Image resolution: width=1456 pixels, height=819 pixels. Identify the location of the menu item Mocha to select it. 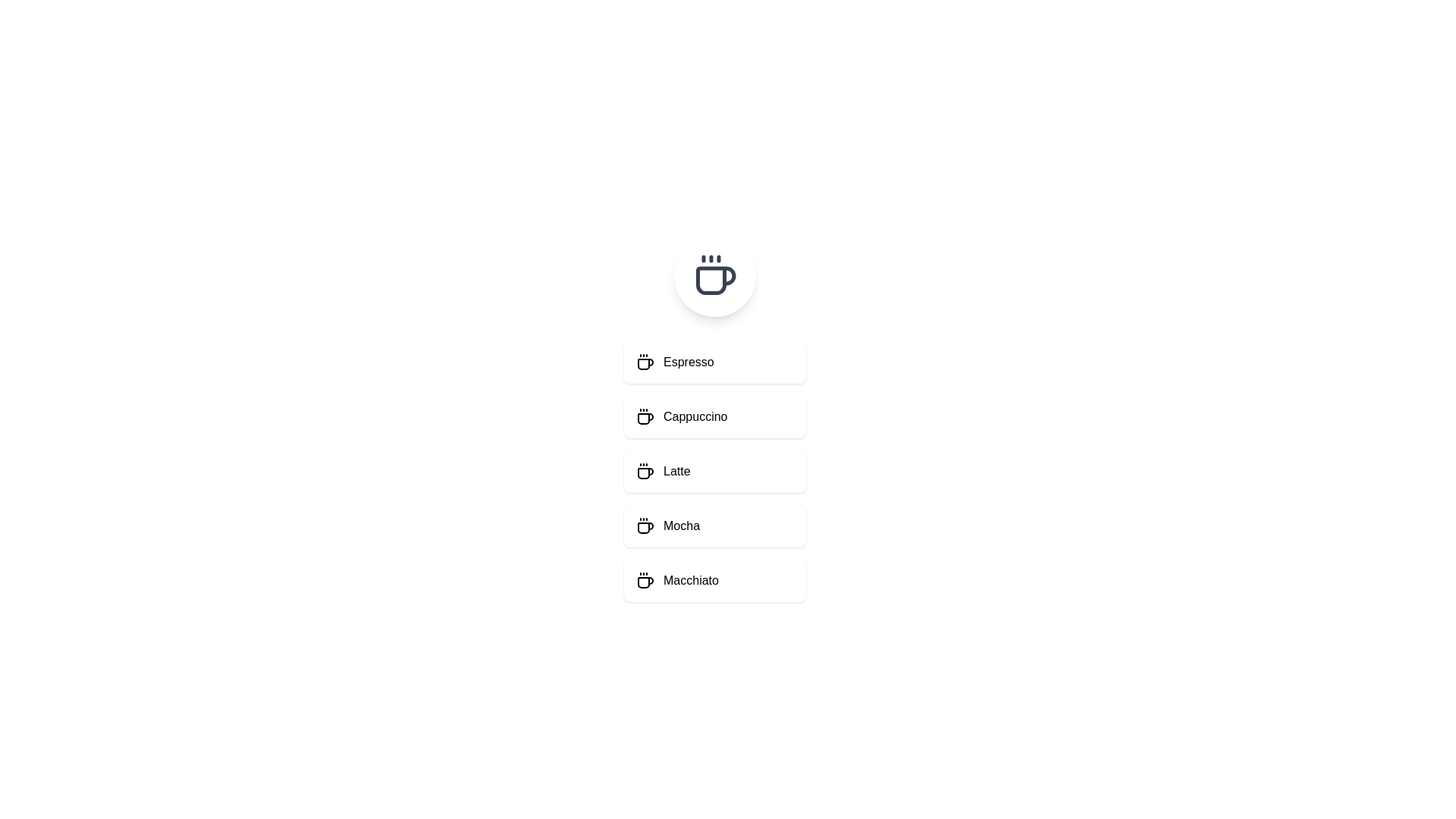
(714, 526).